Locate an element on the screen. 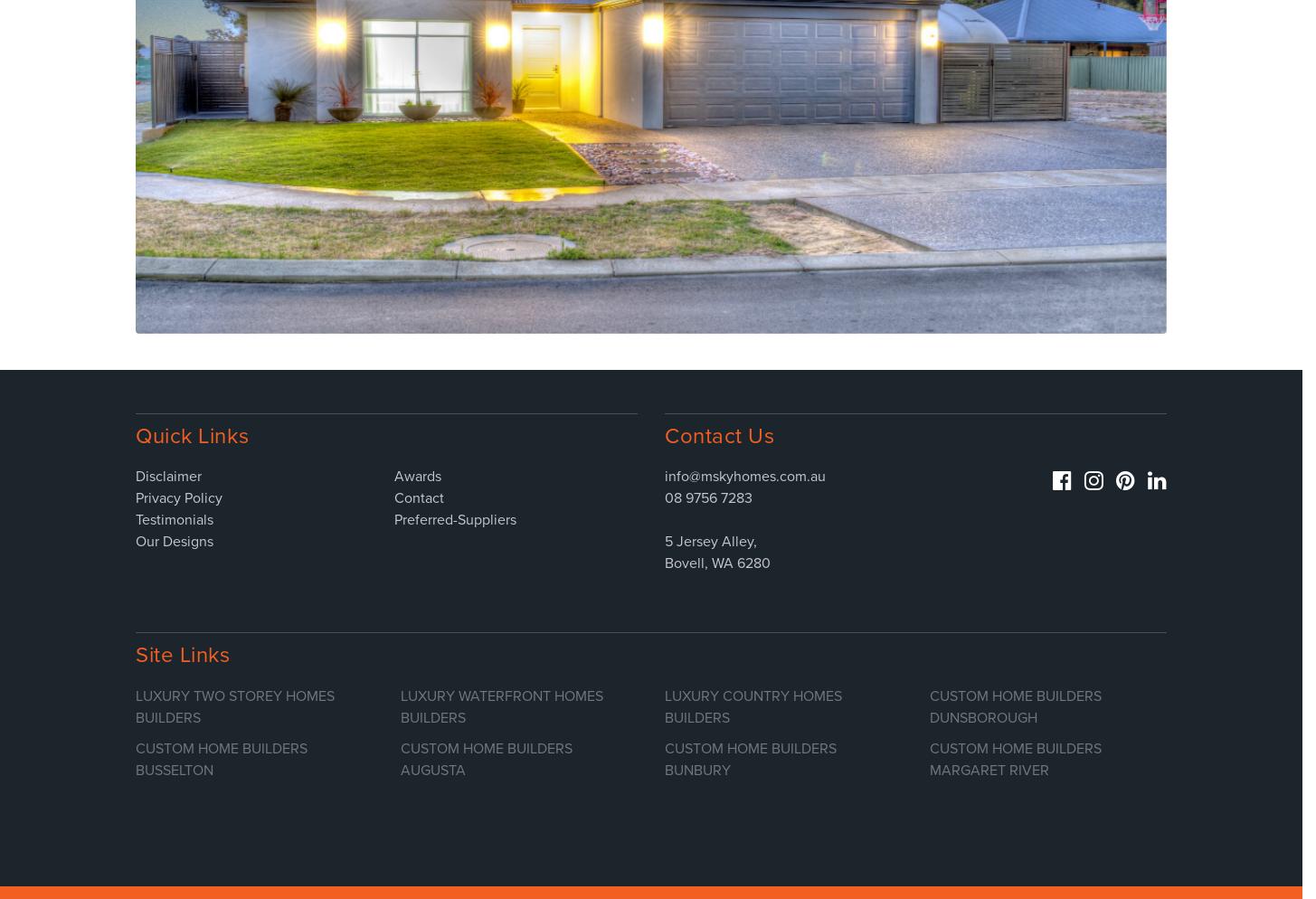  'Testimonials' is located at coordinates (174, 520).